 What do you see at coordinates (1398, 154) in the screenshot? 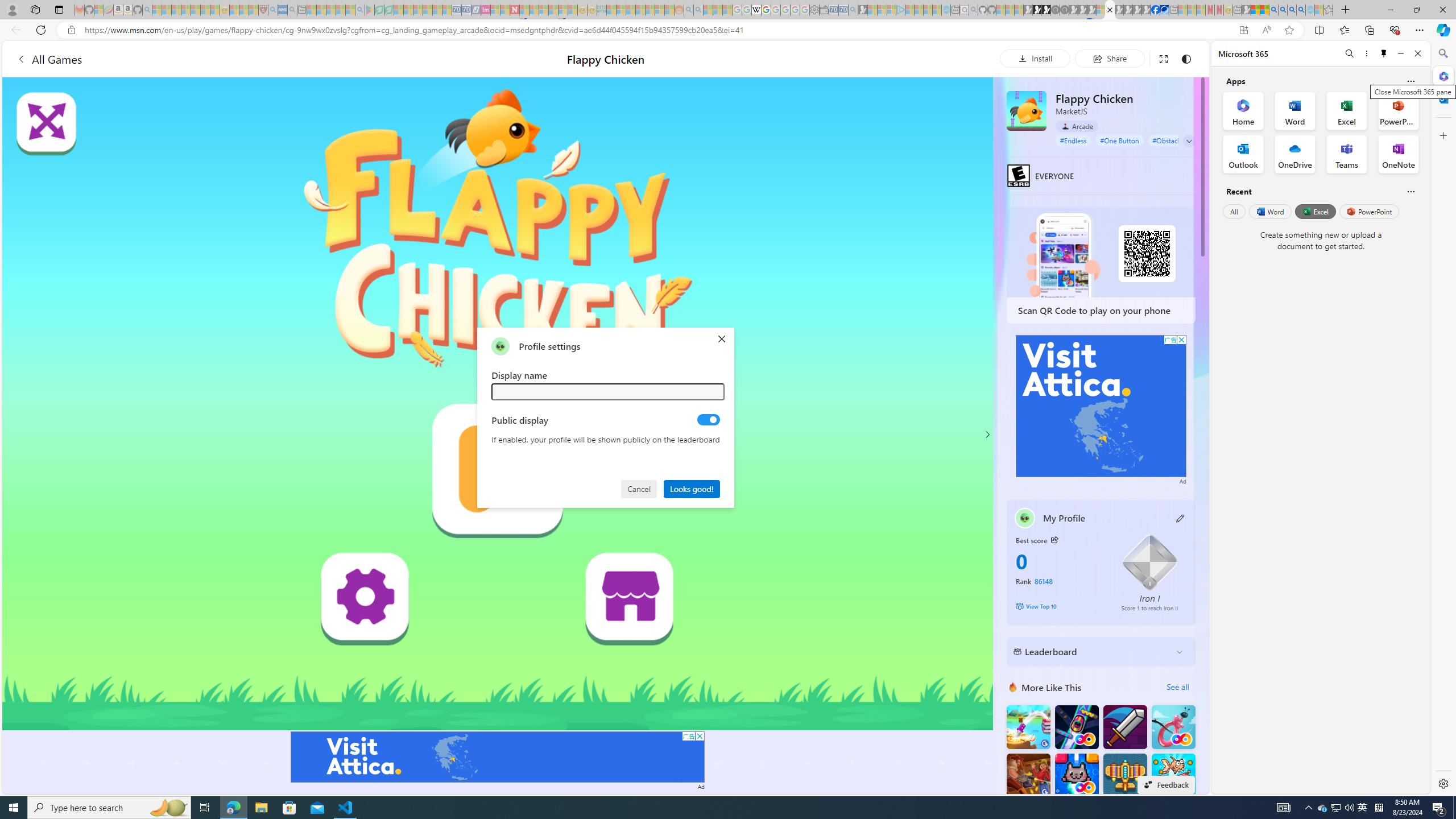
I see `'OneNote Office App'` at bounding box center [1398, 154].